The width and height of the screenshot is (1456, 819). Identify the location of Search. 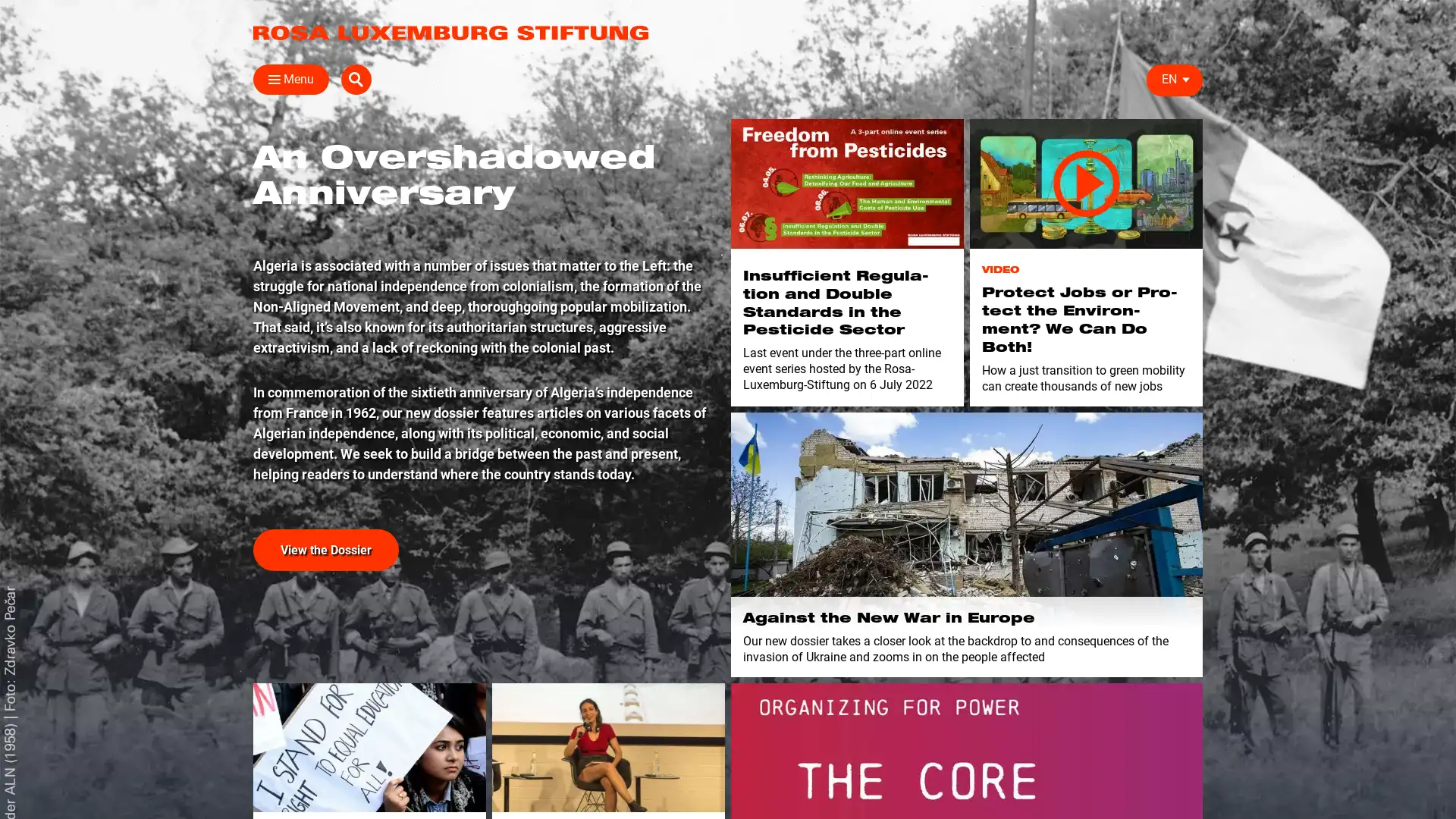
(1186, 79).